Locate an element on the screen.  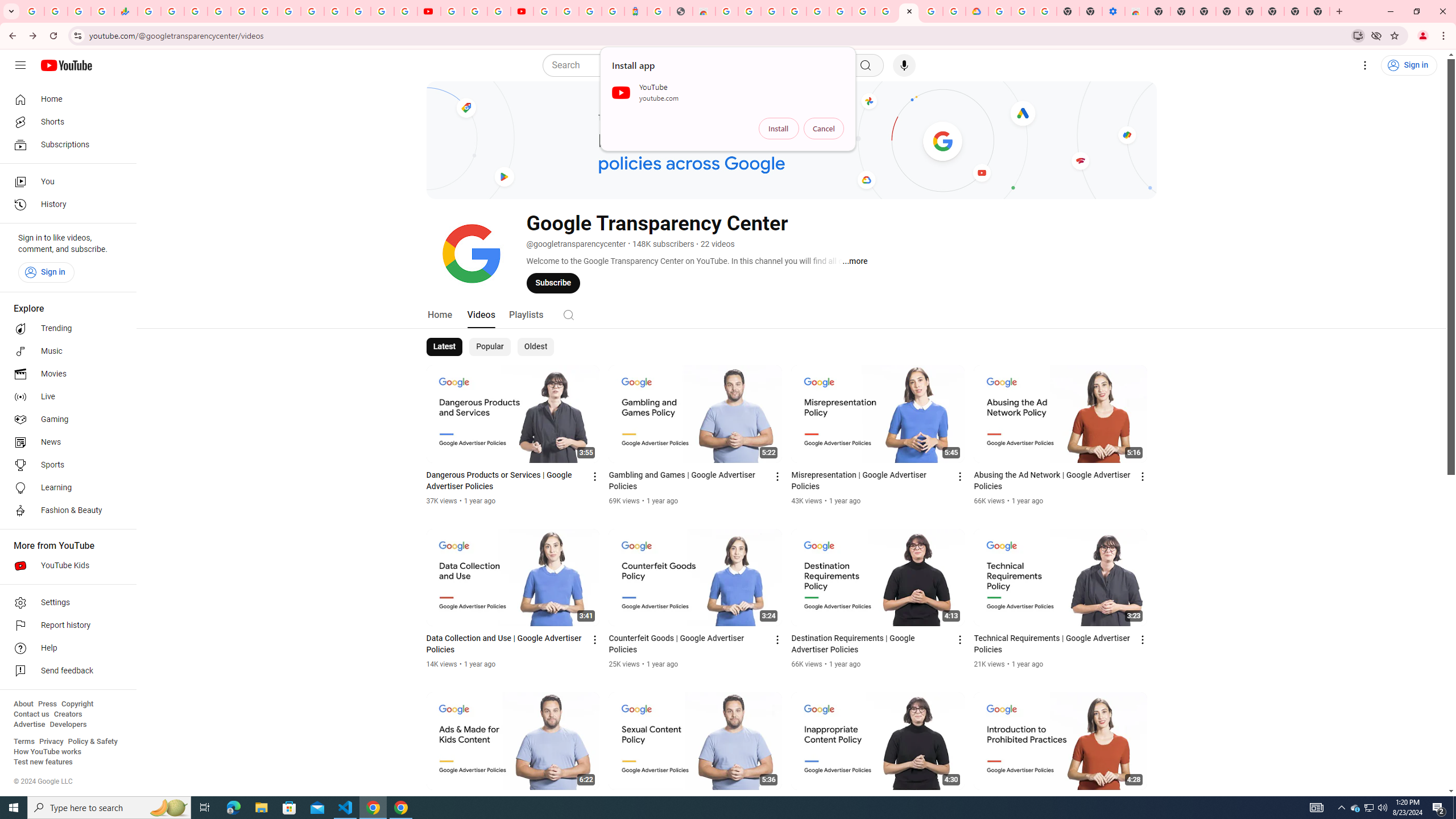
'Google Transparency Center - YouTube' is located at coordinates (908, 11).